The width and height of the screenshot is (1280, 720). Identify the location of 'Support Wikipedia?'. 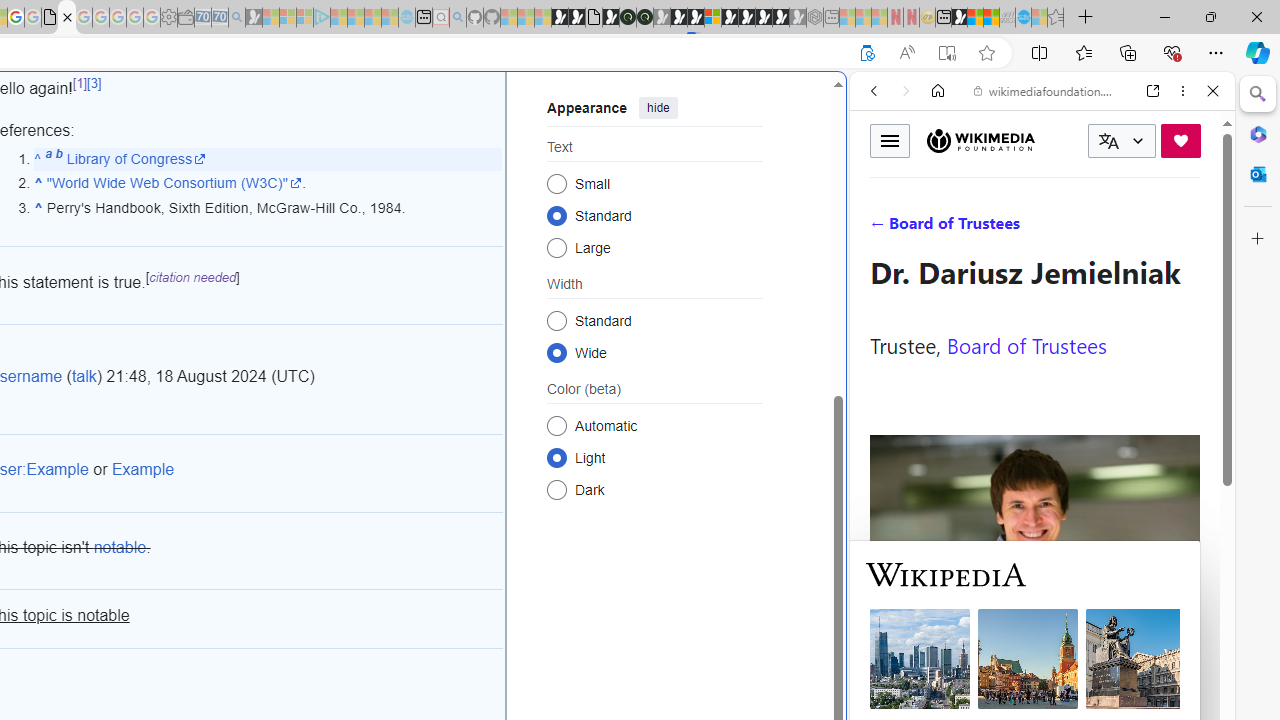
(867, 52).